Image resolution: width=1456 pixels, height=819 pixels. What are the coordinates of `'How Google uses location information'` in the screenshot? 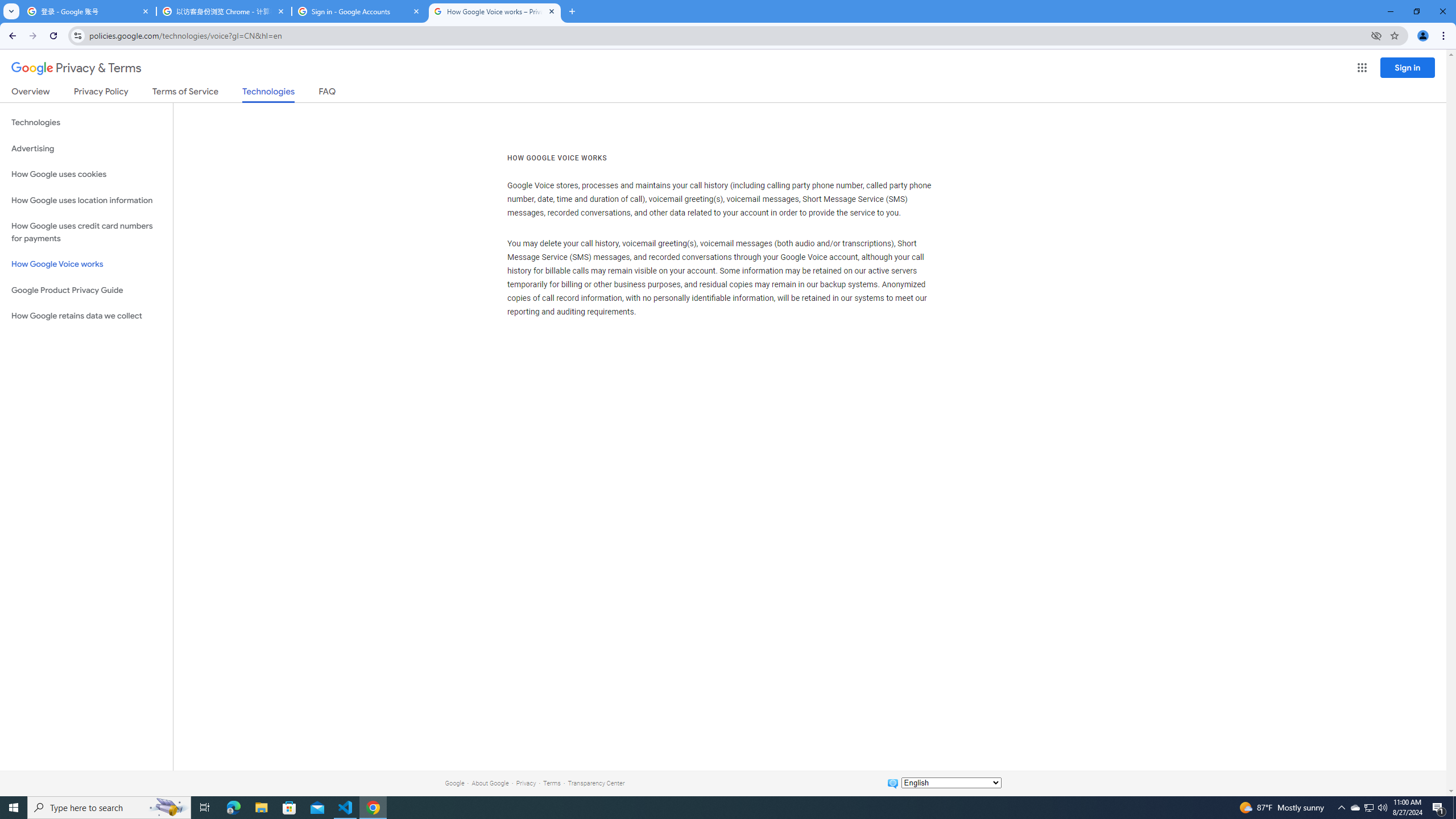 It's located at (86, 200).